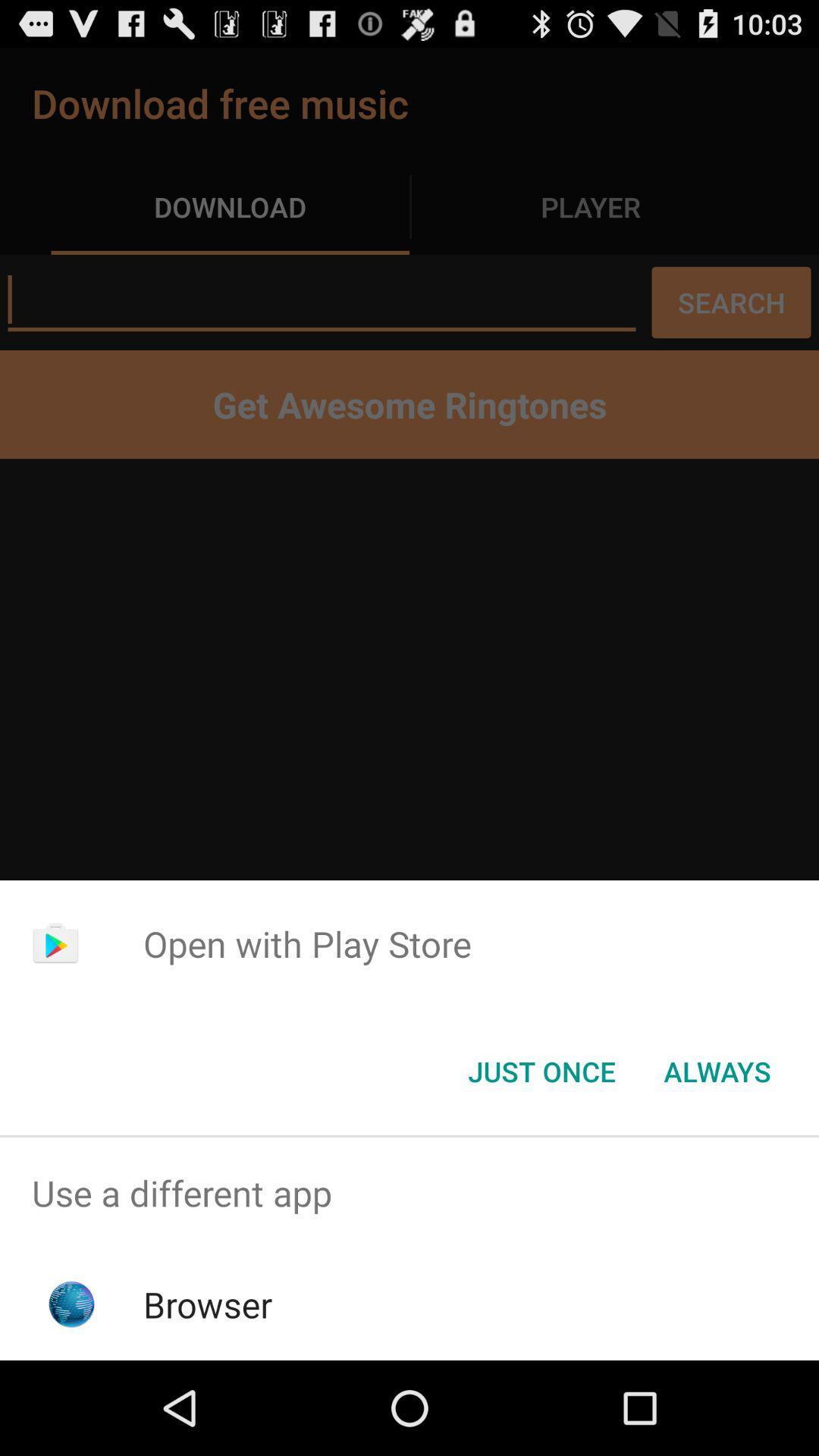 The width and height of the screenshot is (819, 1456). Describe the element at coordinates (717, 1070) in the screenshot. I see `icon below open with play item` at that location.